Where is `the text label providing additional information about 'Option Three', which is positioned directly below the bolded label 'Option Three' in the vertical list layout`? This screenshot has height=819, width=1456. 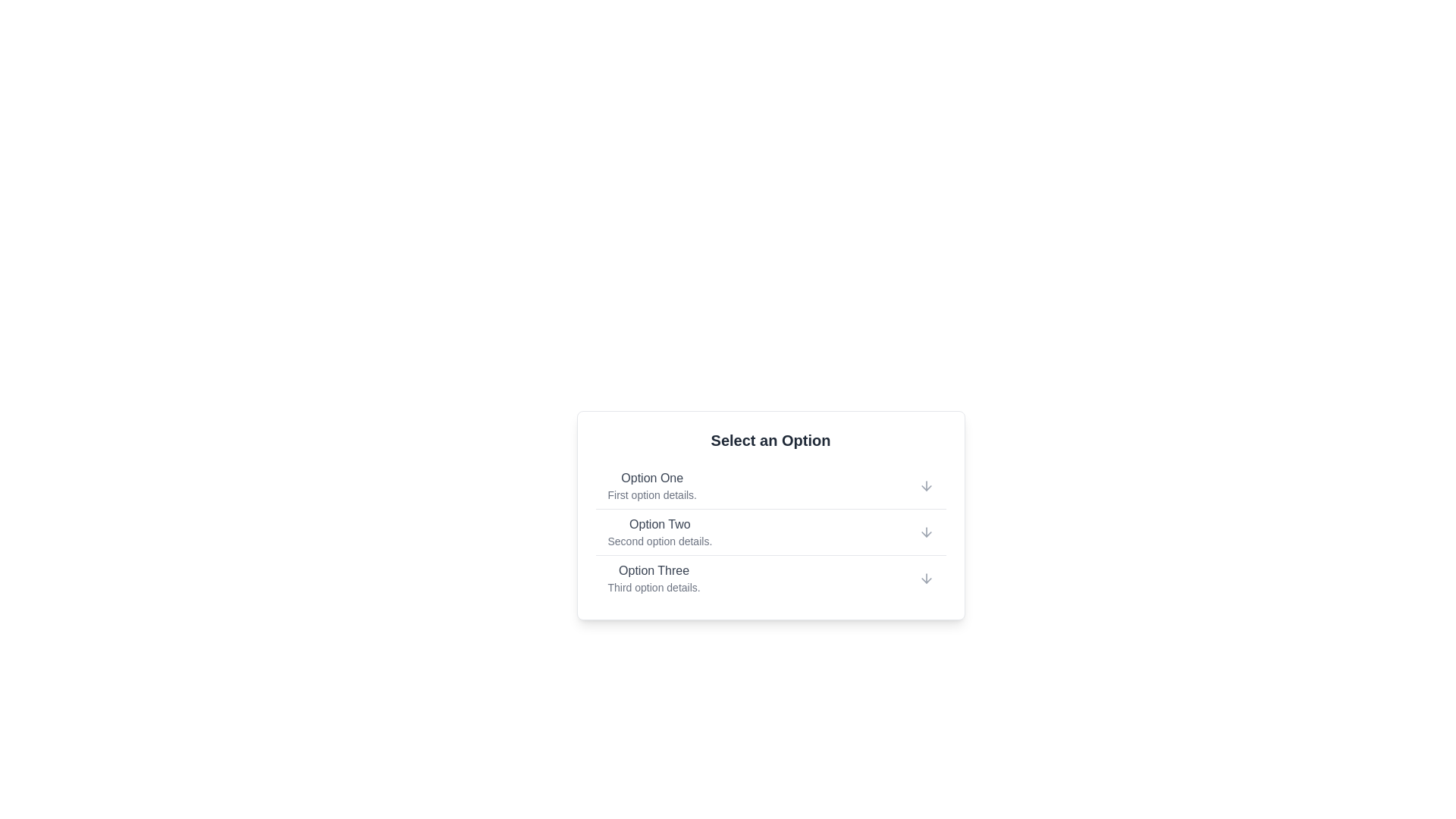 the text label providing additional information about 'Option Three', which is positioned directly below the bolded label 'Option Three' in the vertical list layout is located at coordinates (654, 587).